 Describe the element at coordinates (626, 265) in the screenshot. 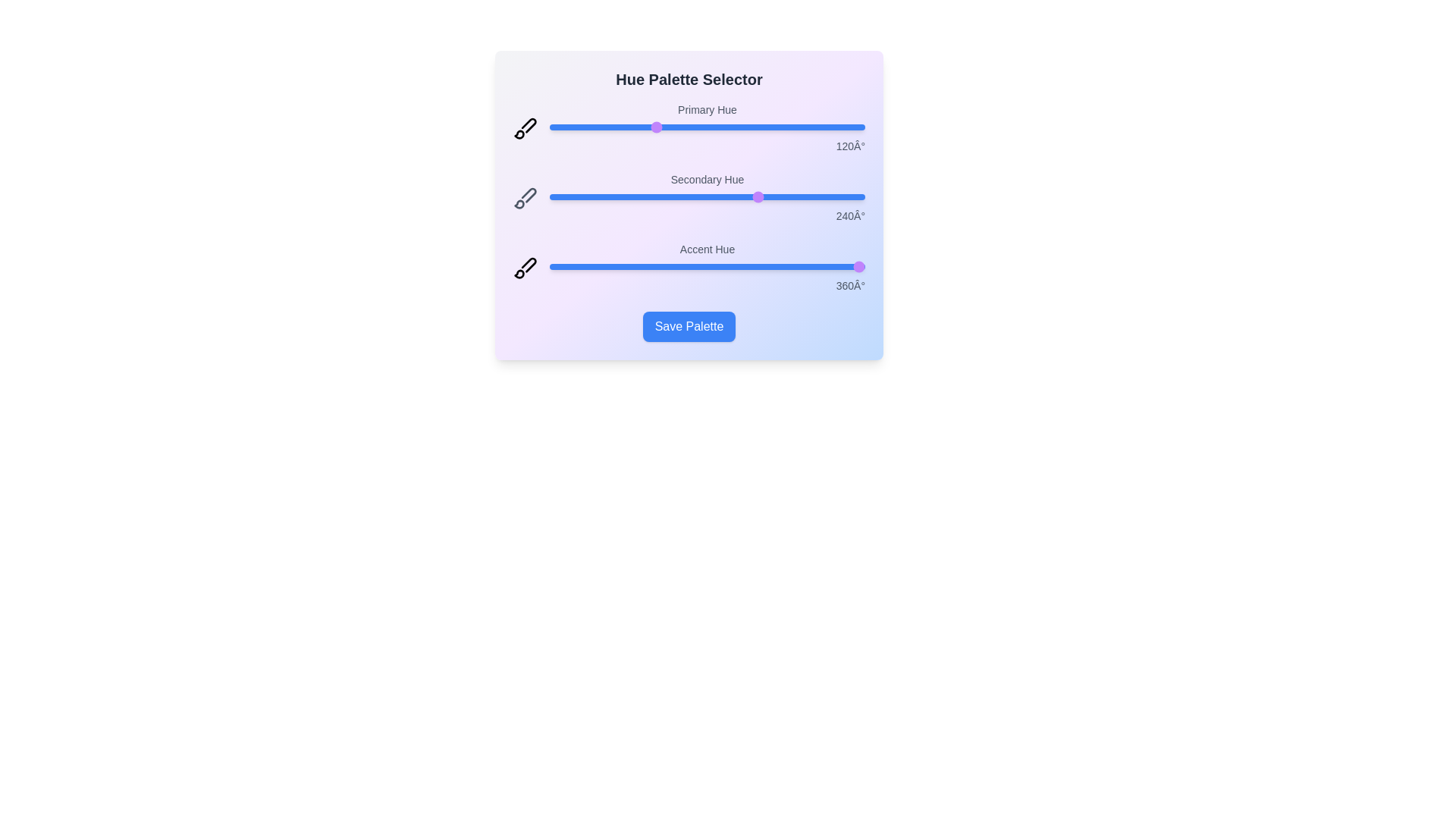

I see `the 'Accent Hue' slider to 87 degrees` at that location.